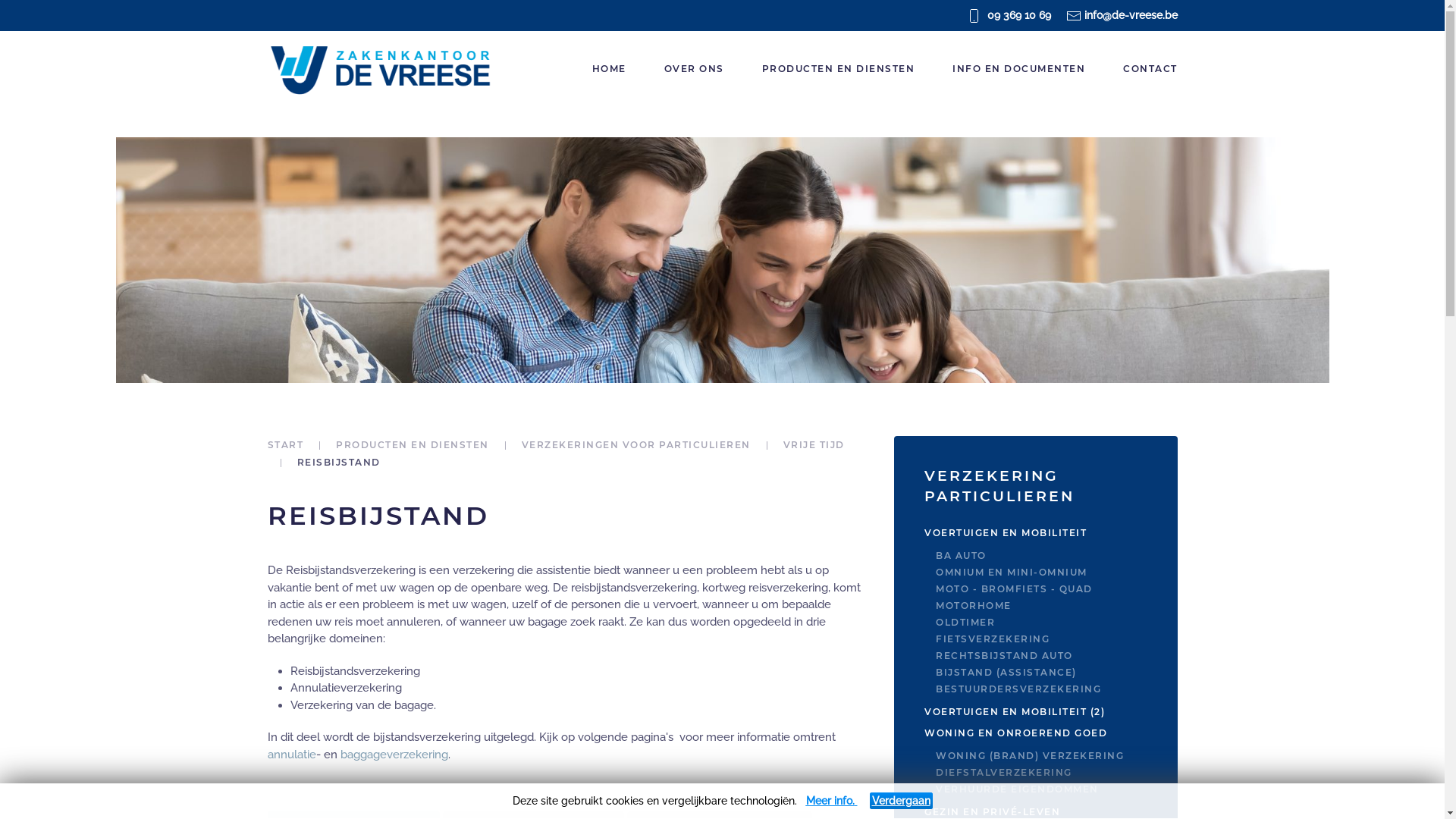 This screenshot has width=1456, height=819. What do you see at coordinates (934, 588) in the screenshot?
I see `'MOTO - BROMFIETS - QUAD'` at bounding box center [934, 588].